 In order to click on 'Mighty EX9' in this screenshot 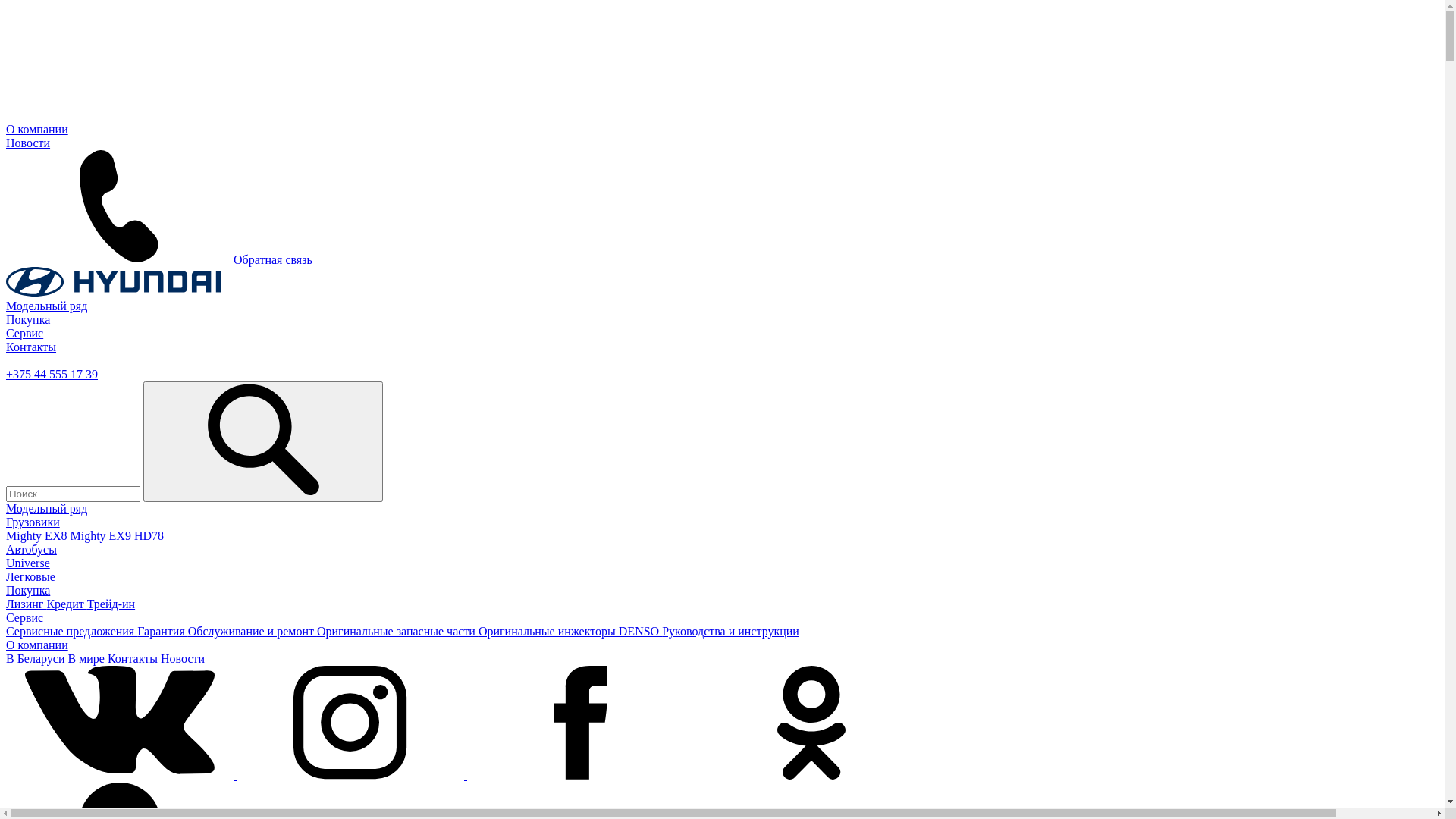, I will do `click(99, 535)`.